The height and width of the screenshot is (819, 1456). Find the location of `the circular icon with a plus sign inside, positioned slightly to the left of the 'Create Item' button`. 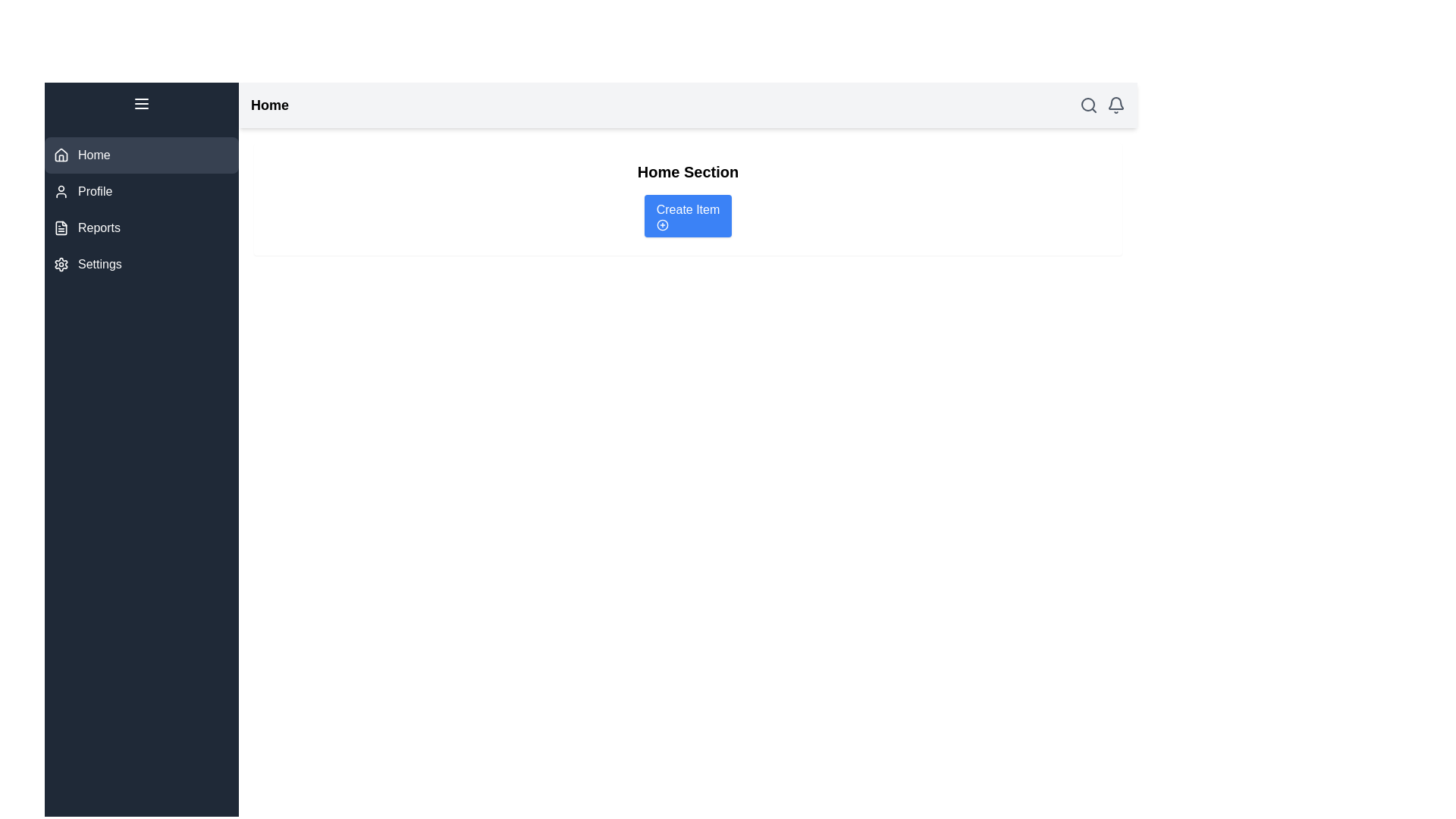

the circular icon with a plus sign inside, positioned slightly to the left of the 'Create Item' button is located at coordinates (662, 225).